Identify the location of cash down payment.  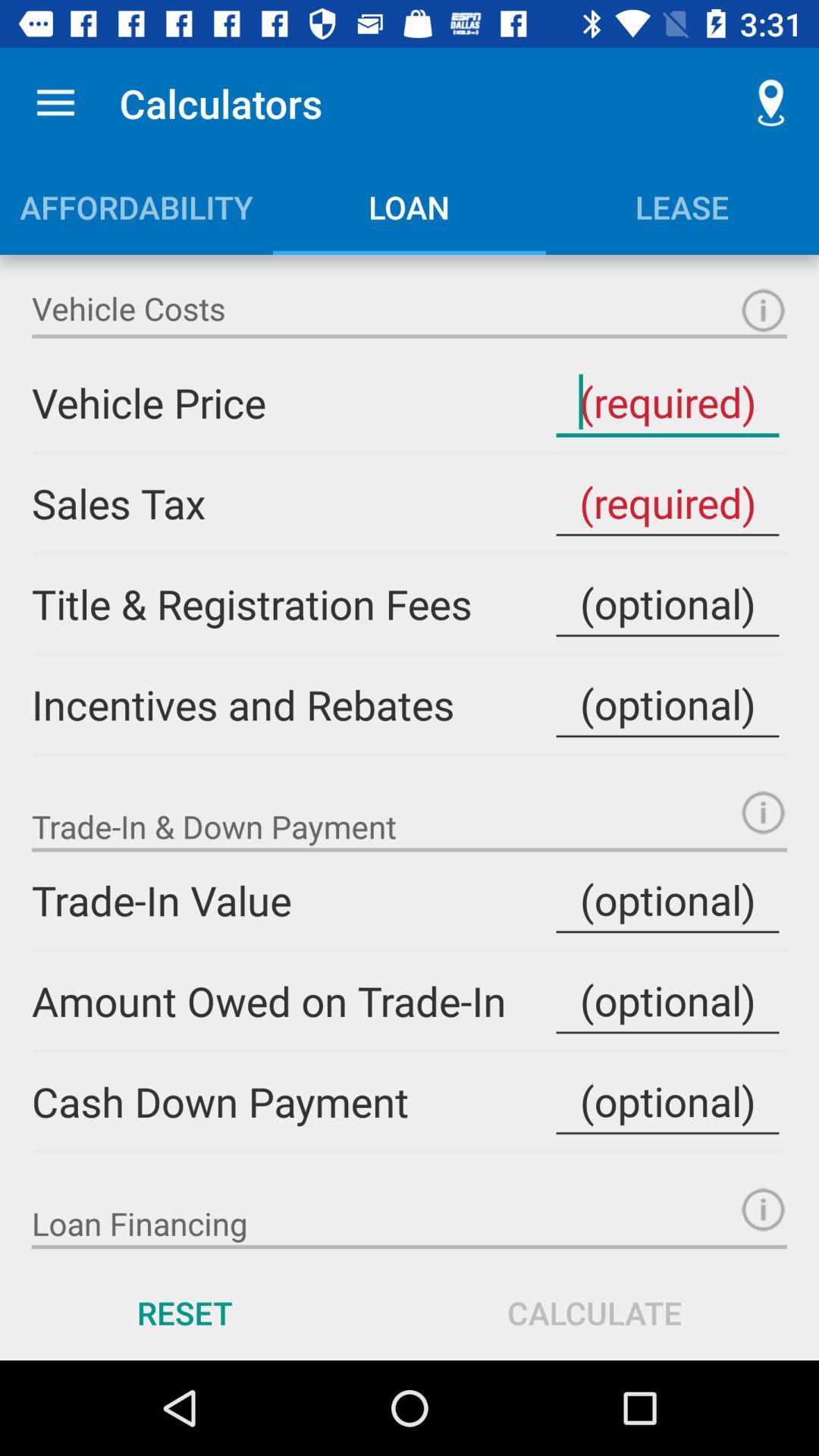
(667, 1101).